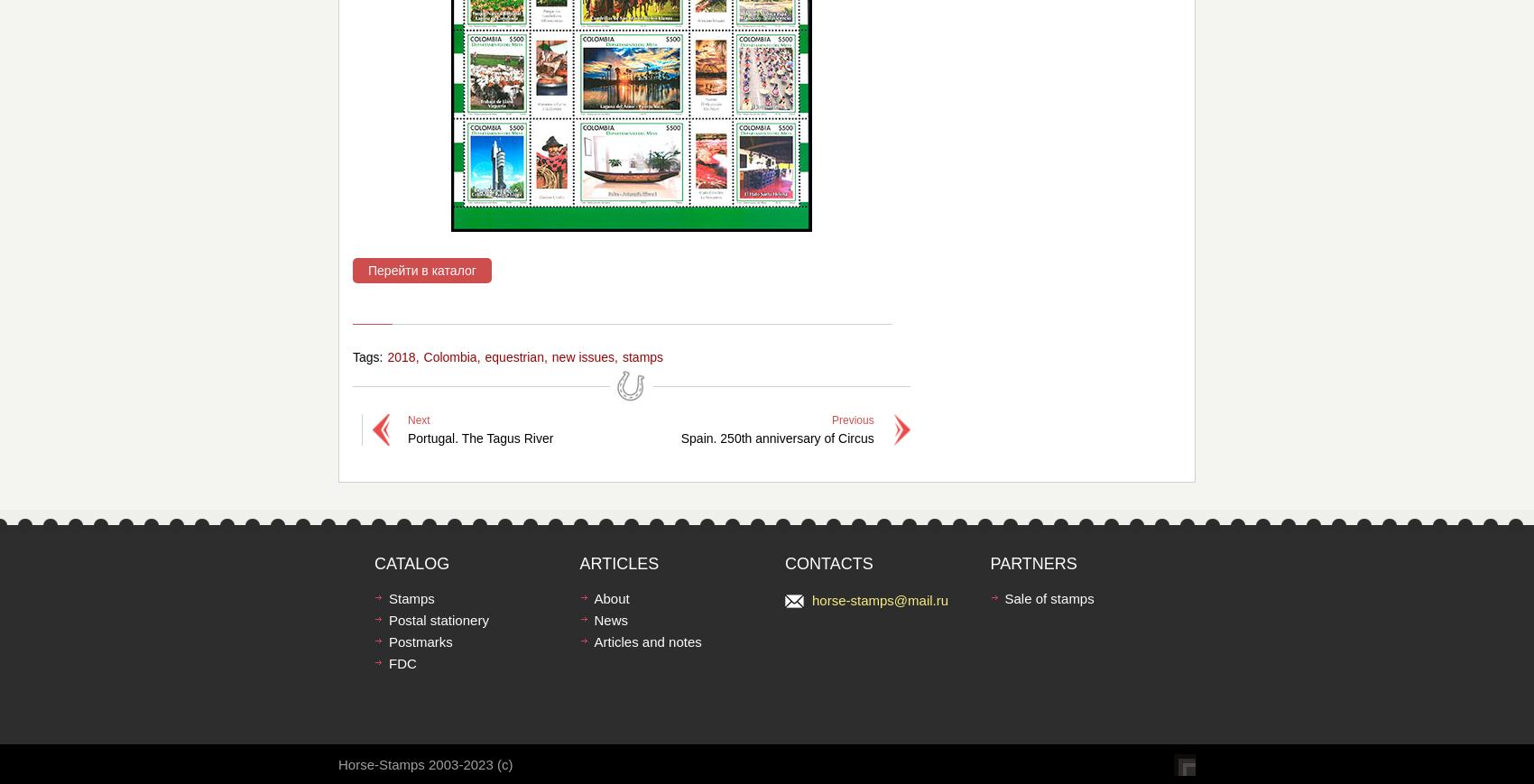  Describe the element at coordinates (583, 356) in the screenshot. I see `'new issues'` at that location.